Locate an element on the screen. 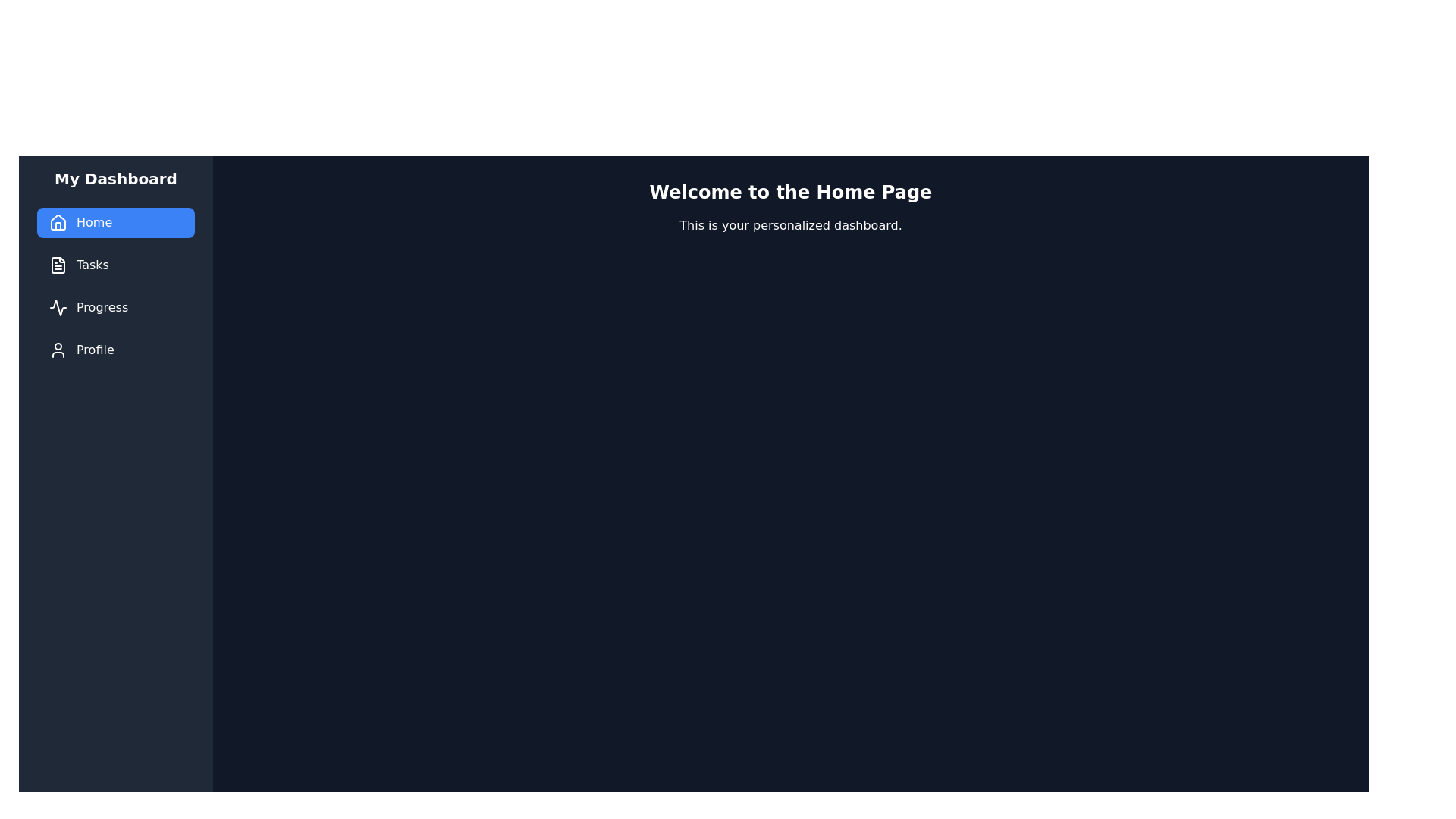  the 'Home' SVG icon located in the left-side navigation bar is located at coordinates (58, 222).